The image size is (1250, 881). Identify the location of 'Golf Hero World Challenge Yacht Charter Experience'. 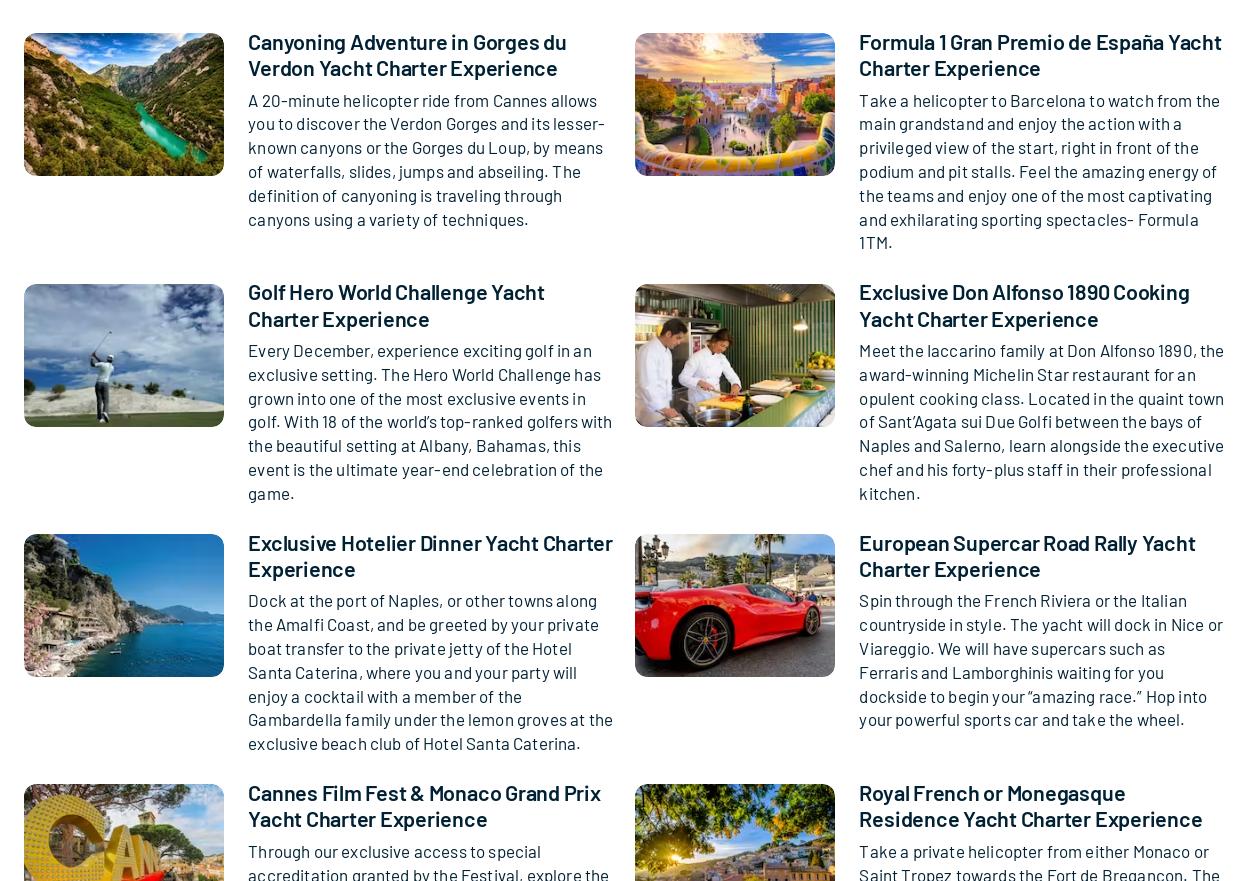
(396, 303).